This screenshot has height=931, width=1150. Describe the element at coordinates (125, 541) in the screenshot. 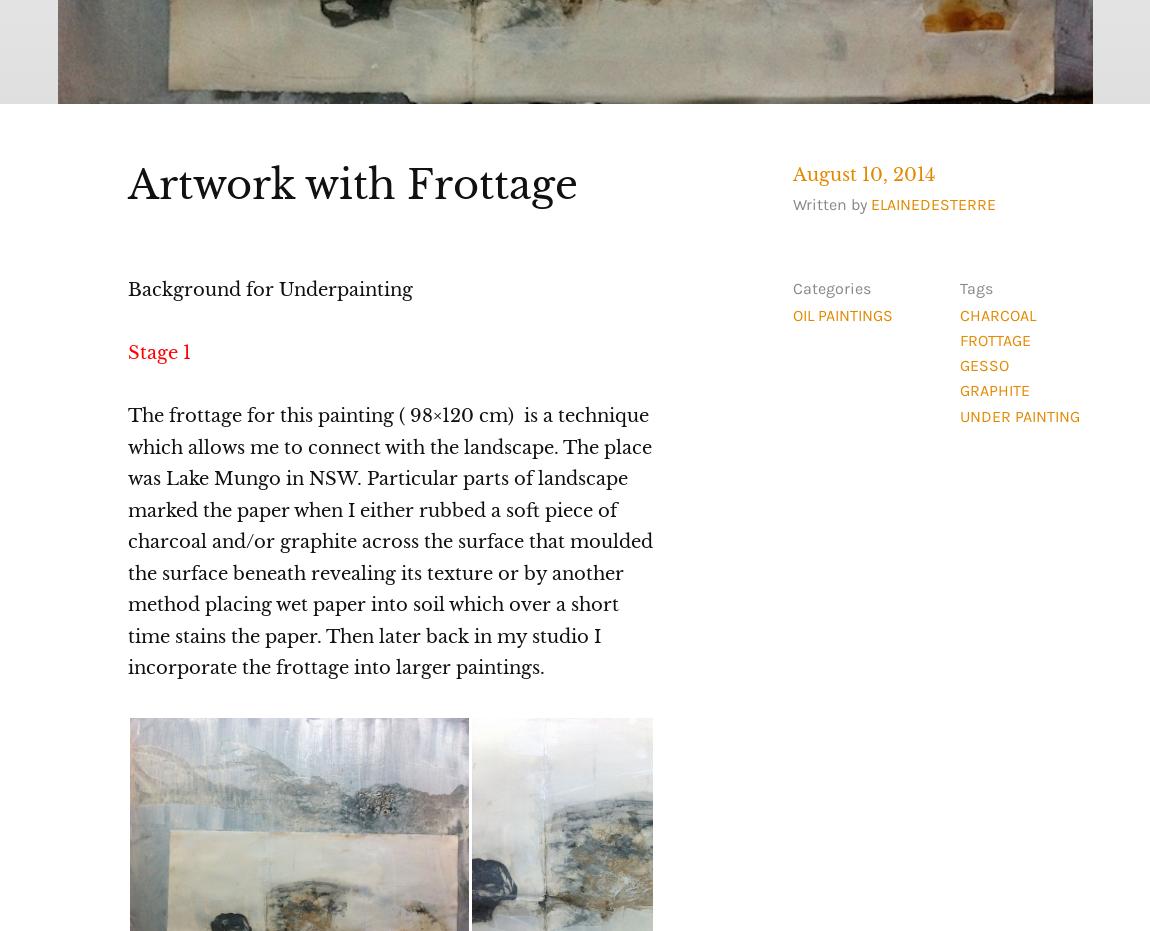

I see `'The frottage for this painting ( 98×120 cm)  is a technique which allows me to connect with the landscape. The place was Lake Mungo in NSW. Particular parts of landscape marked the paper when I either rubbed a soft piece of charcoal and/or graphite across the surface that moulded the surface beneath revealing its texture or by another method placing wet paper into soil which over a short time stains the paper. Then later back in my studio I incorporate the frottage into larger paintings.'` at that location.